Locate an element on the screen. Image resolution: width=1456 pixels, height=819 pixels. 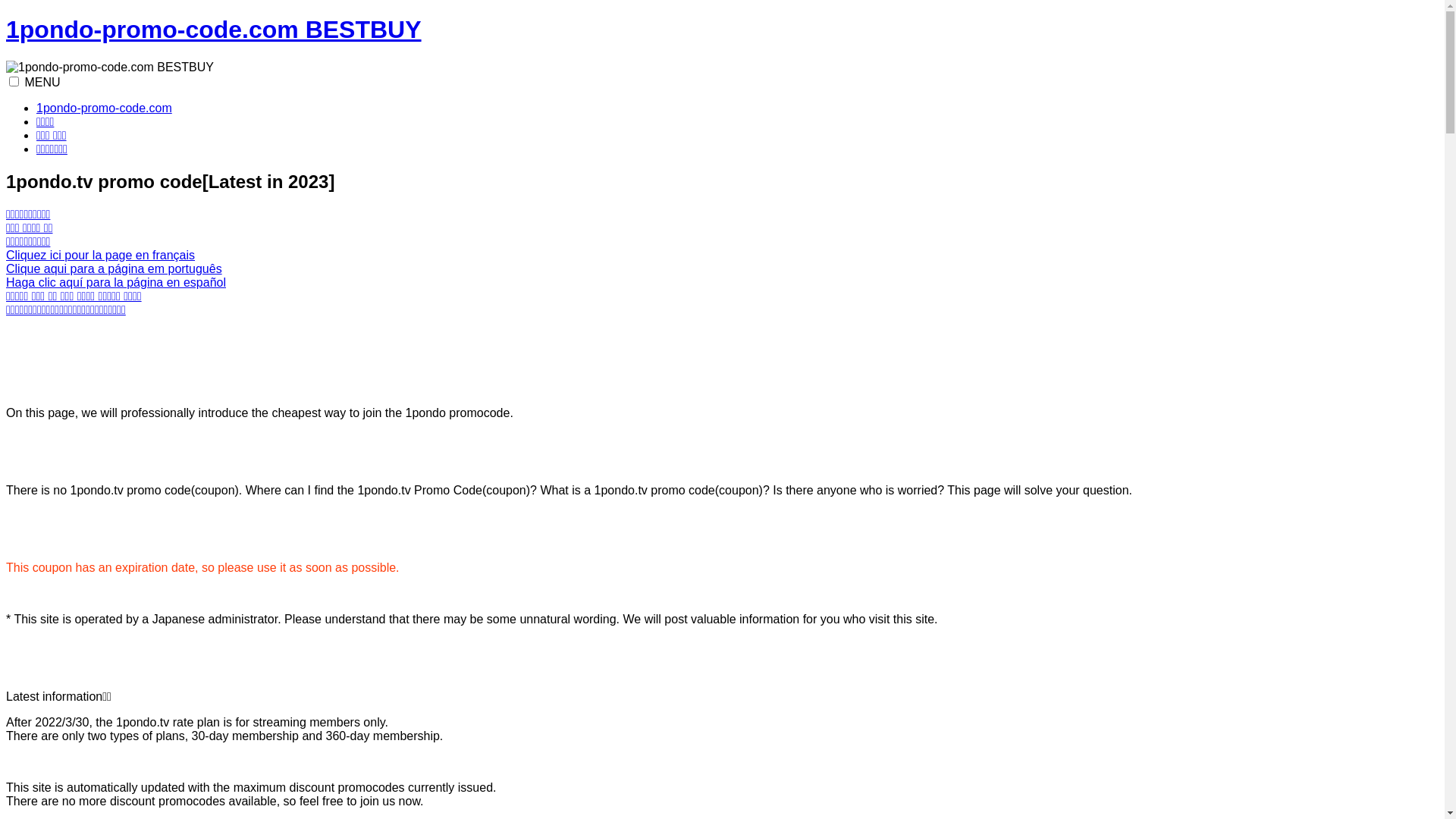
'1pondo-promo-code.com BESTBUY' is located at coordinates (213, 29).